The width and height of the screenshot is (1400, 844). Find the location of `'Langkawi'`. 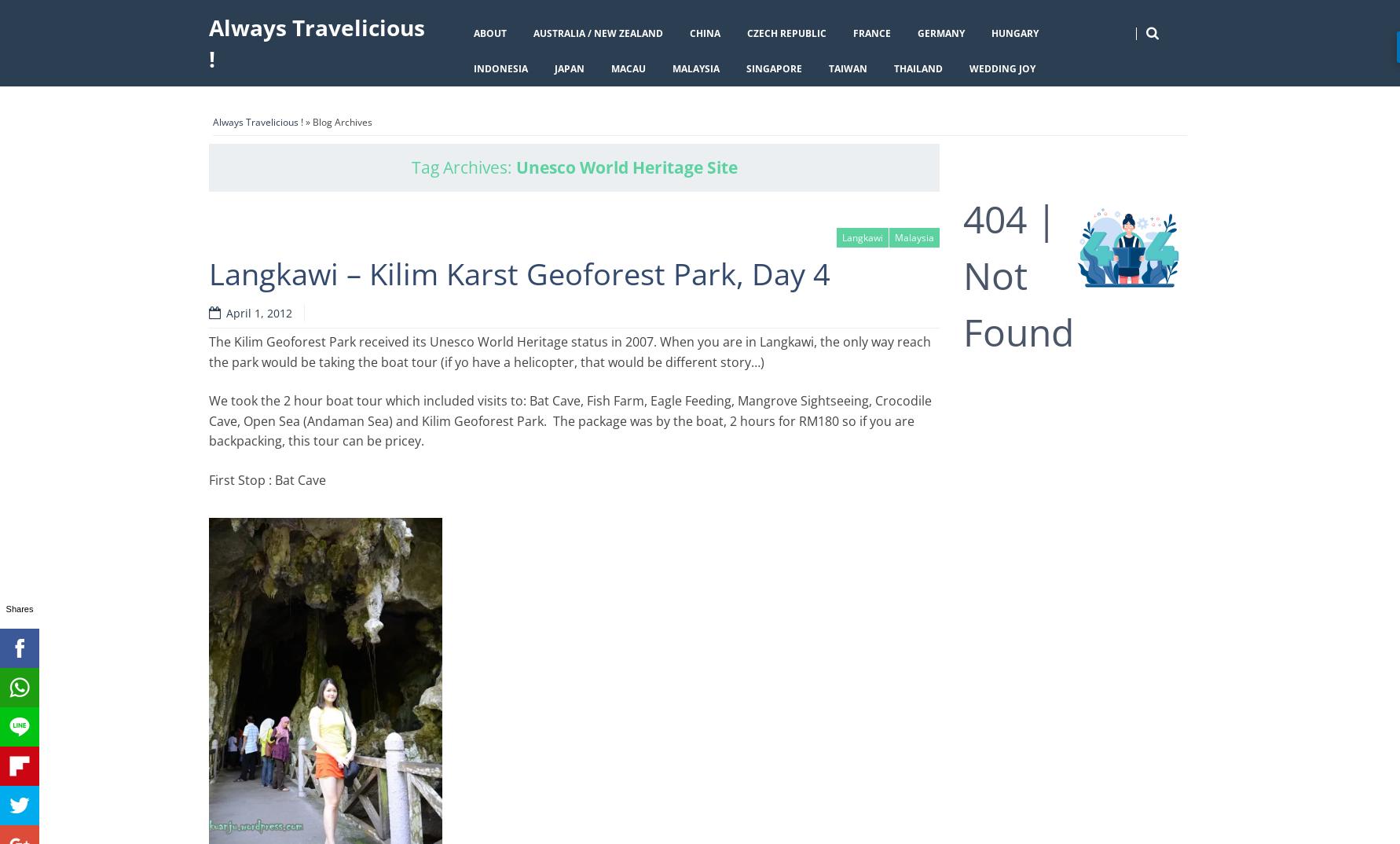

'Langkawi' is located at coordinates (842, 237).